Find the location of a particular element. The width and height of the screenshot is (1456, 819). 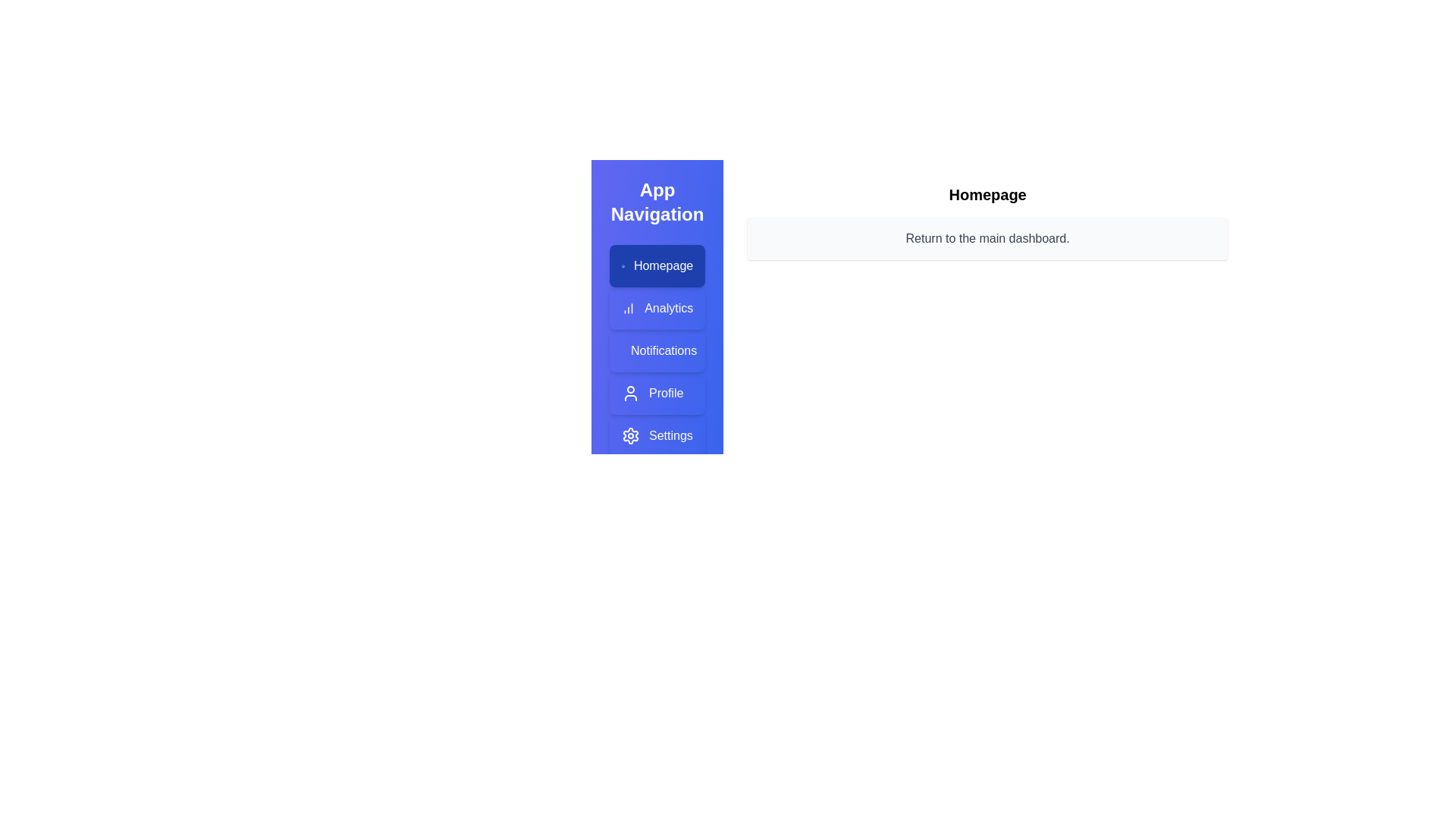

the text block with the light gray background that contains the text 'Return to the main dashboard.' is located at coordinates (987, 239).